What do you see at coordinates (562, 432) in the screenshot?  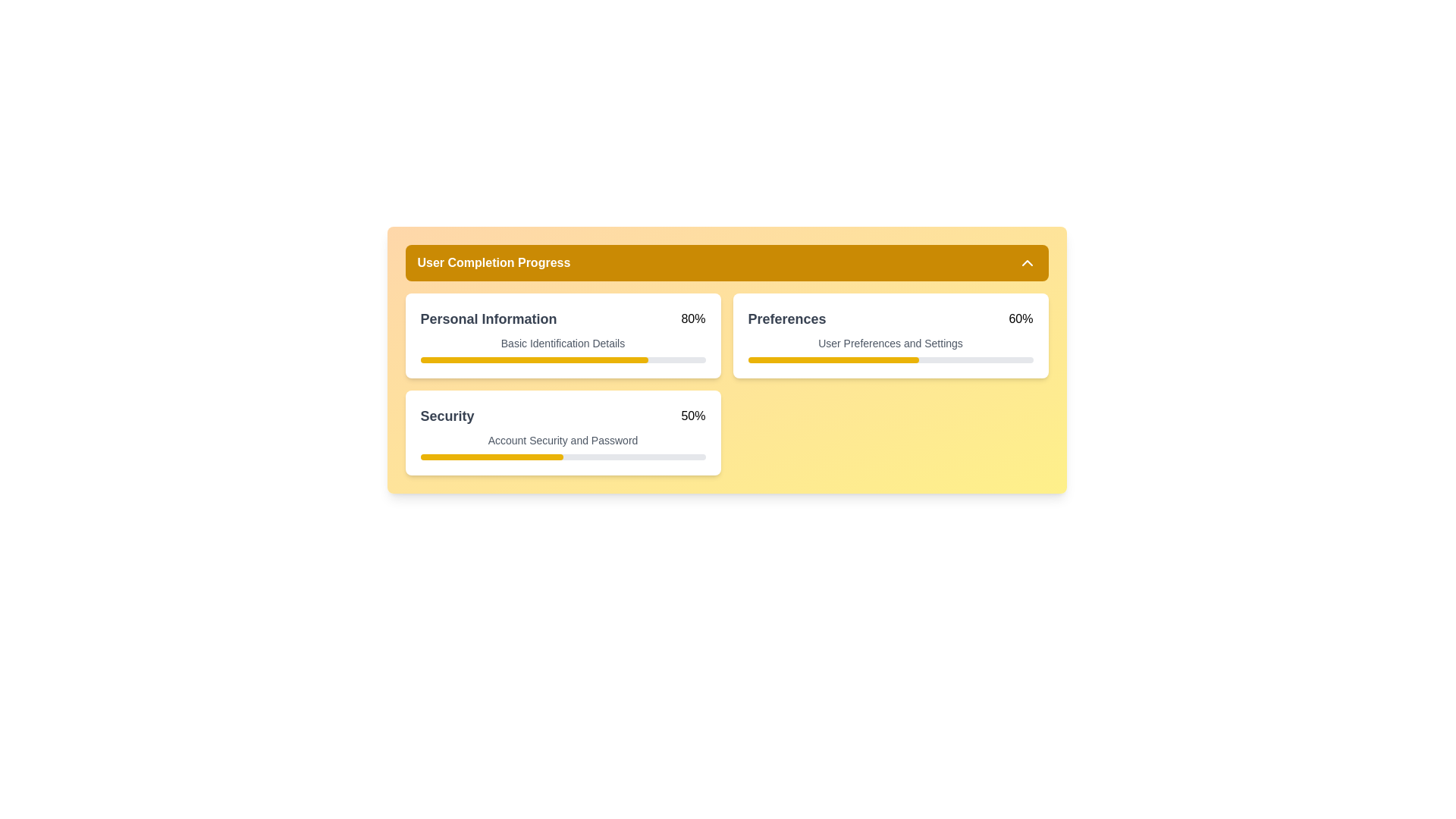 I see `the progress represented by the 'Security' Card with Progress Bar located in the lower left quadrant of the grid layout. This is the third card in a two-by-two grid structure` at bounding box center [562, 432].